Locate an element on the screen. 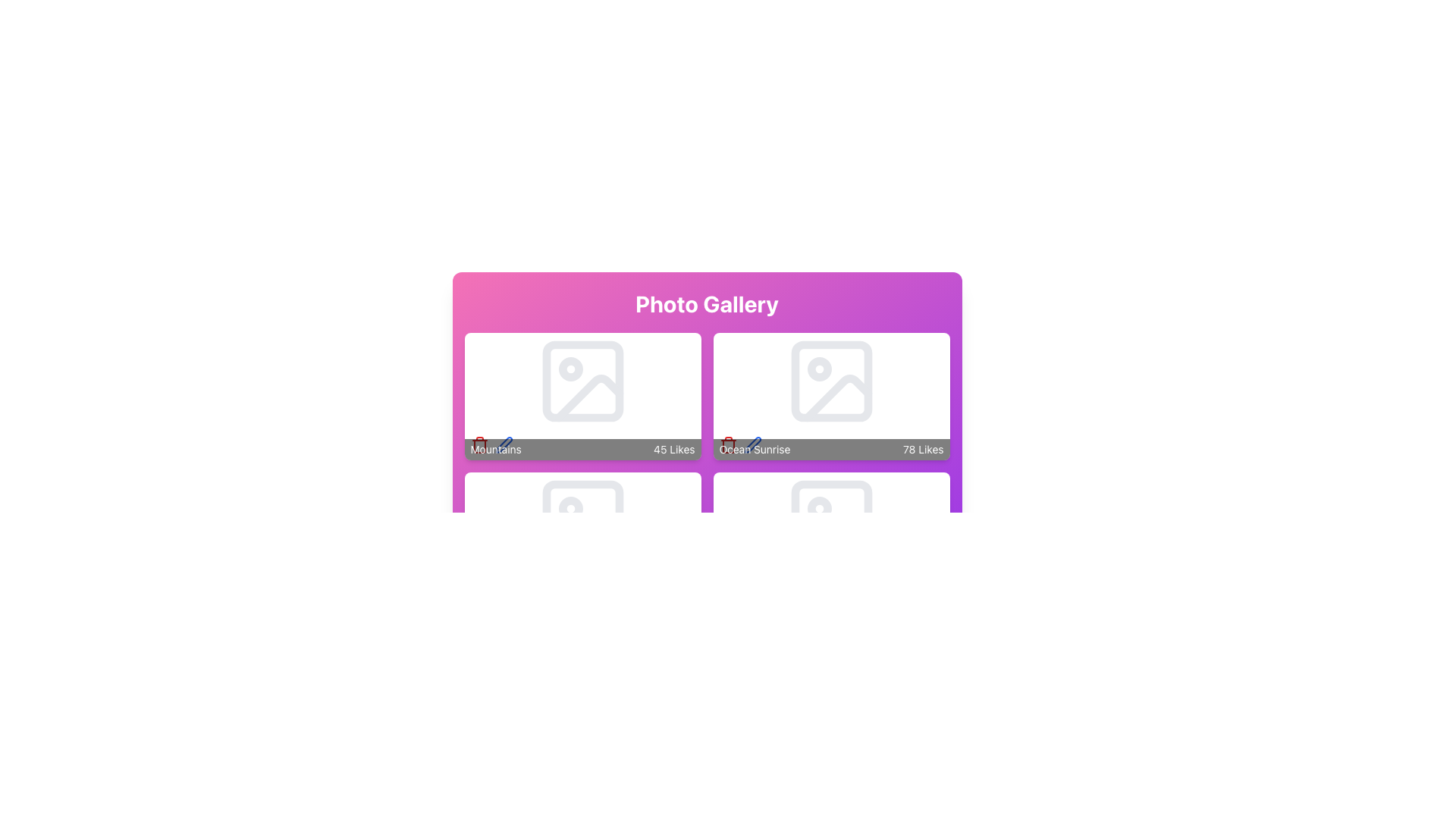 The image size is (1456, 819). text on the Text Label that displays a title or caption for the associated image, located adjacent to the '78 Likes' element in the bottom-right quadrant of the interface is located at coordinates (755, 449).